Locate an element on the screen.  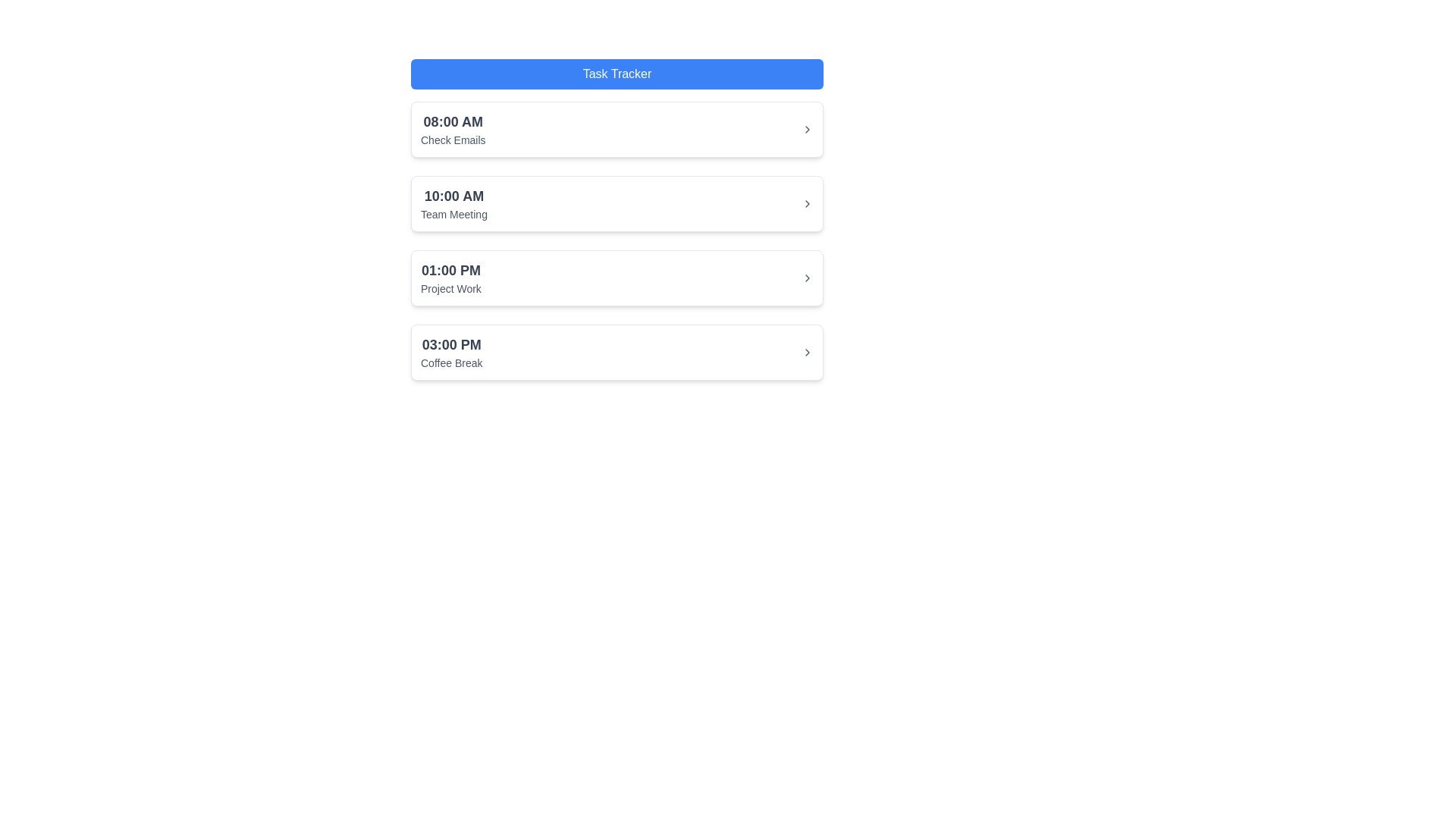
the informational block that displays a scheduled task or event, positioned third in a vertical list between '10:00 AM Team Meeting' above and '03:00 PM Coffee Break' below is located at coordinates (450, 278).